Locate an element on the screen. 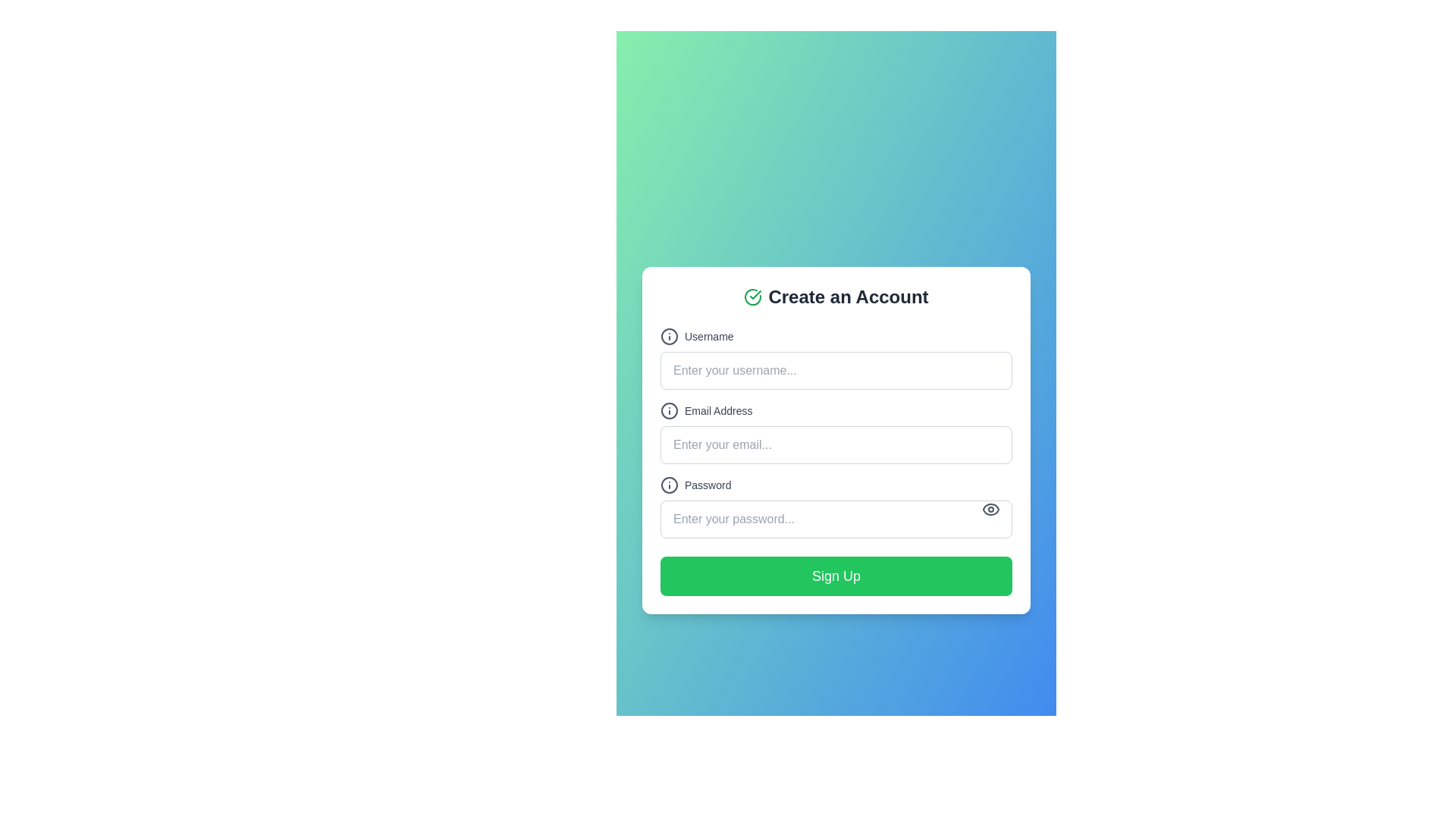  the visual status indicator icon located to the left of the 'Create an Account' title in the account creation dialog box is located at coordinates (753, 297).